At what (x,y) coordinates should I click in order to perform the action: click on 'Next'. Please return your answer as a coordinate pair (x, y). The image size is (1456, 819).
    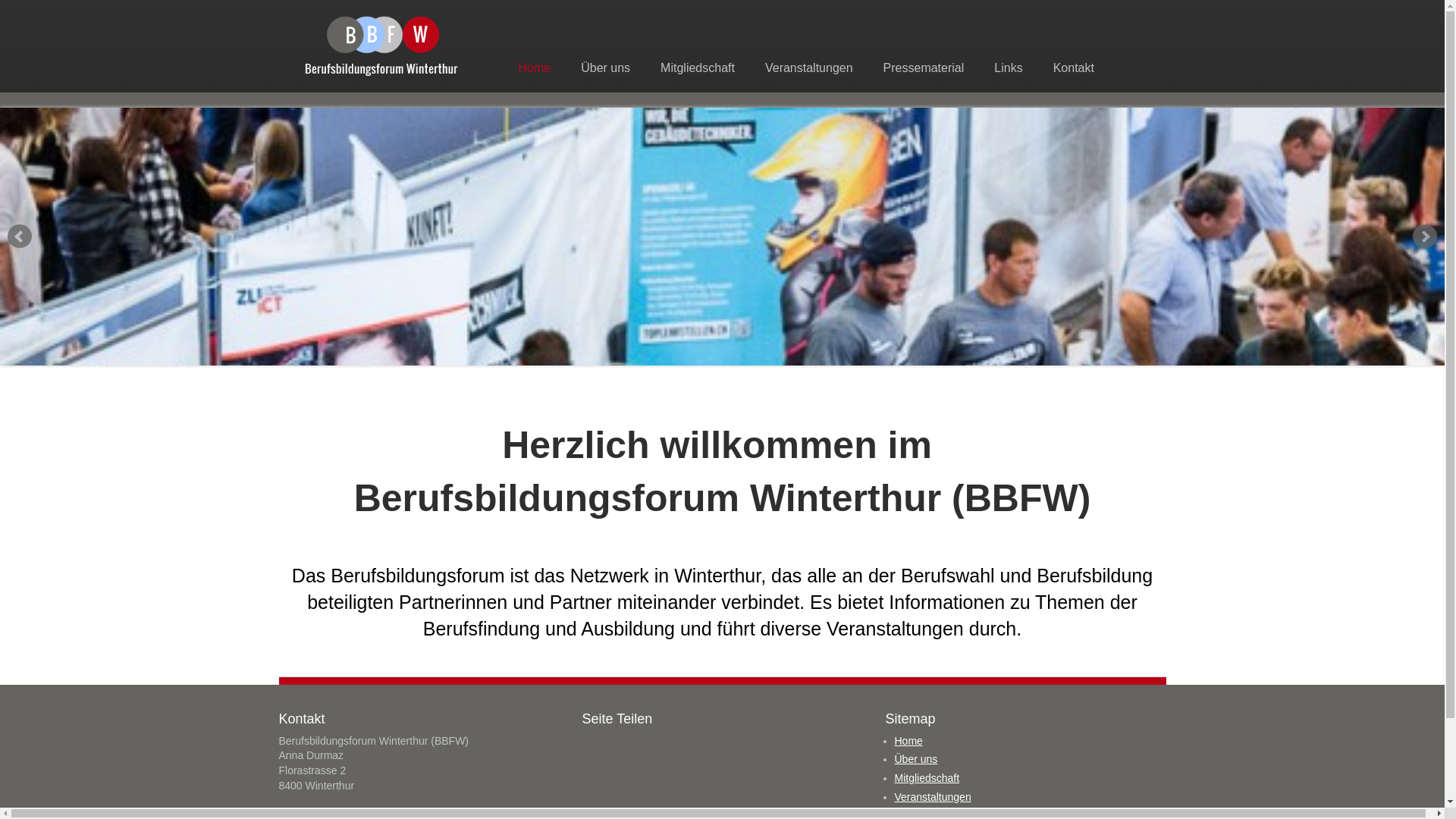
    Looking at the image, I should click on (1411, 237).